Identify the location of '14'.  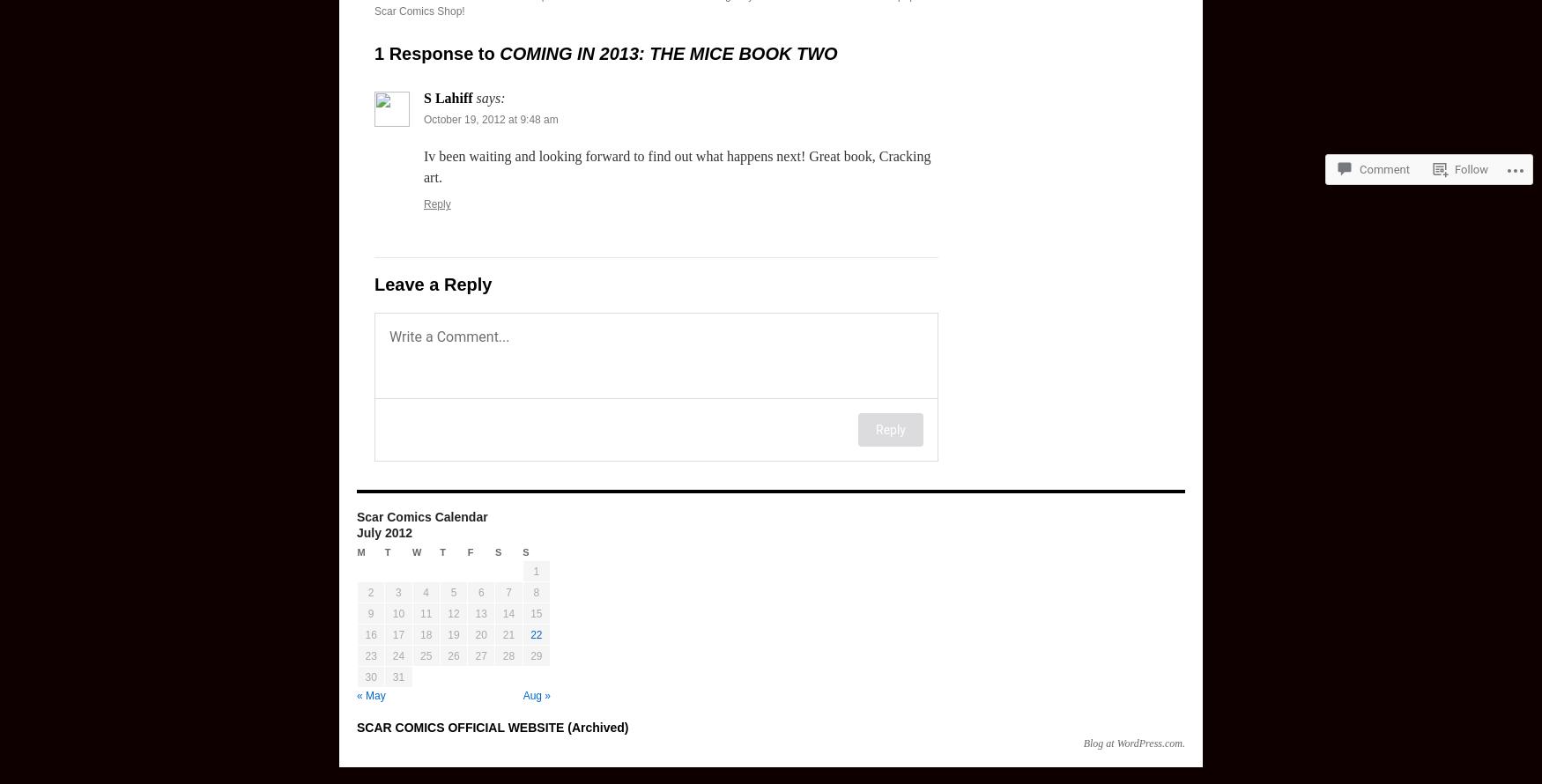
(508, 612).